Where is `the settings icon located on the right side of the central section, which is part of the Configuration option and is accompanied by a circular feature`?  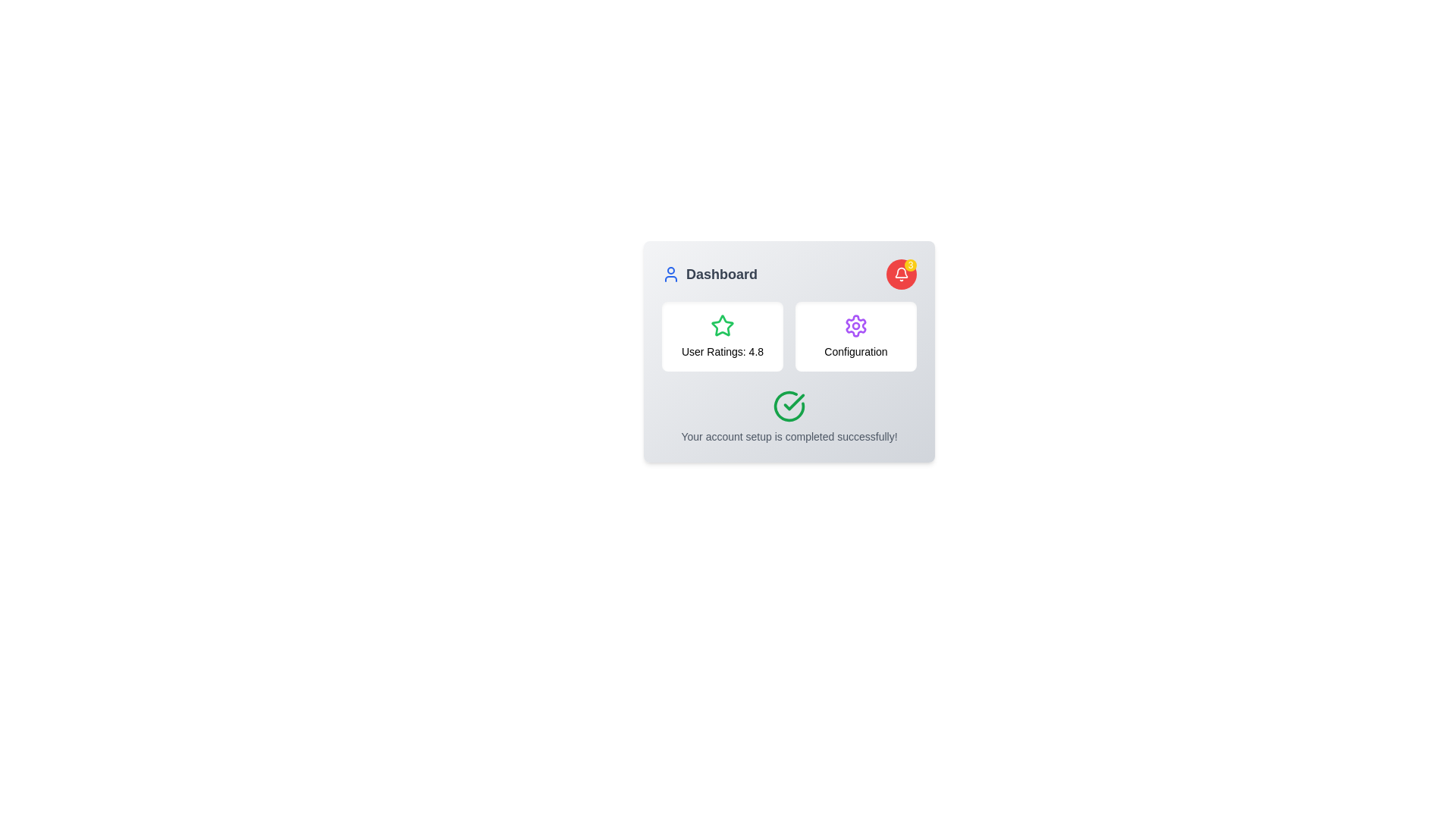 the settings icon located on the right side of the central section, which is part of the Configuration option and is accompanied by a circular feature is located at coordinates (855, 325).